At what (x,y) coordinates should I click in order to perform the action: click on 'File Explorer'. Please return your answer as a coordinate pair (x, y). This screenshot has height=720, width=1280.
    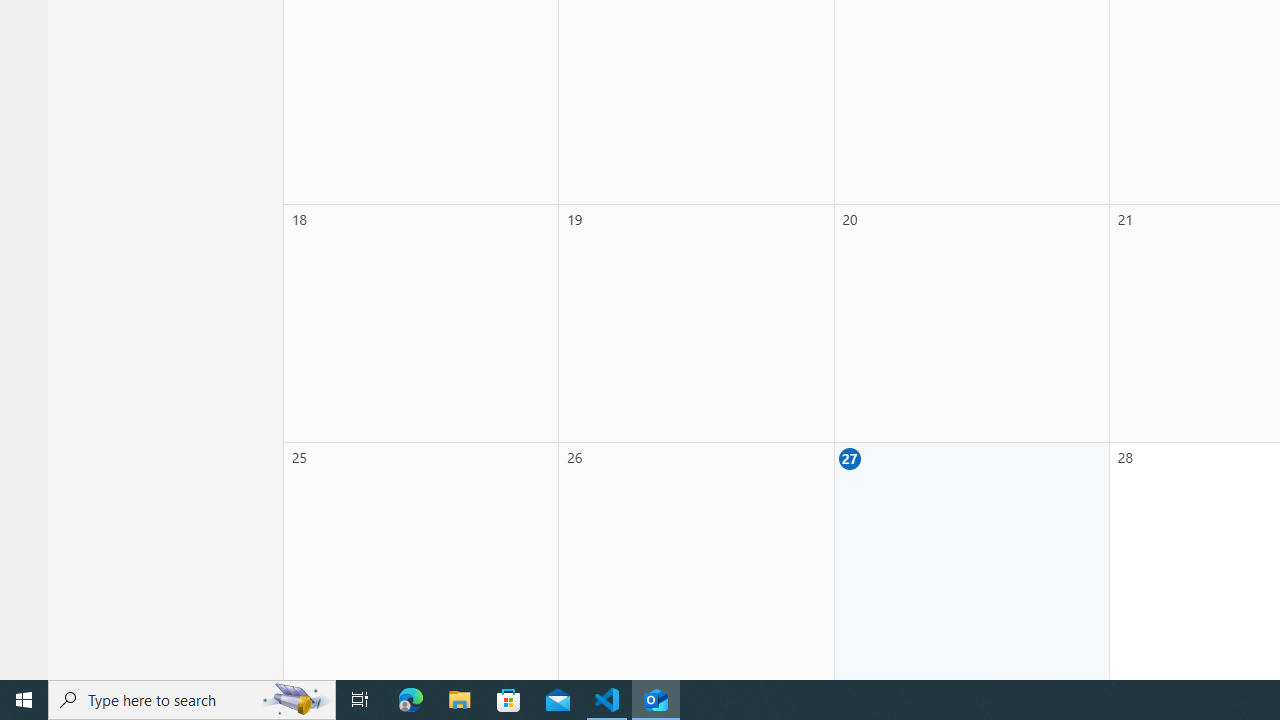
    Looking at the image, I should click on (459, 698).